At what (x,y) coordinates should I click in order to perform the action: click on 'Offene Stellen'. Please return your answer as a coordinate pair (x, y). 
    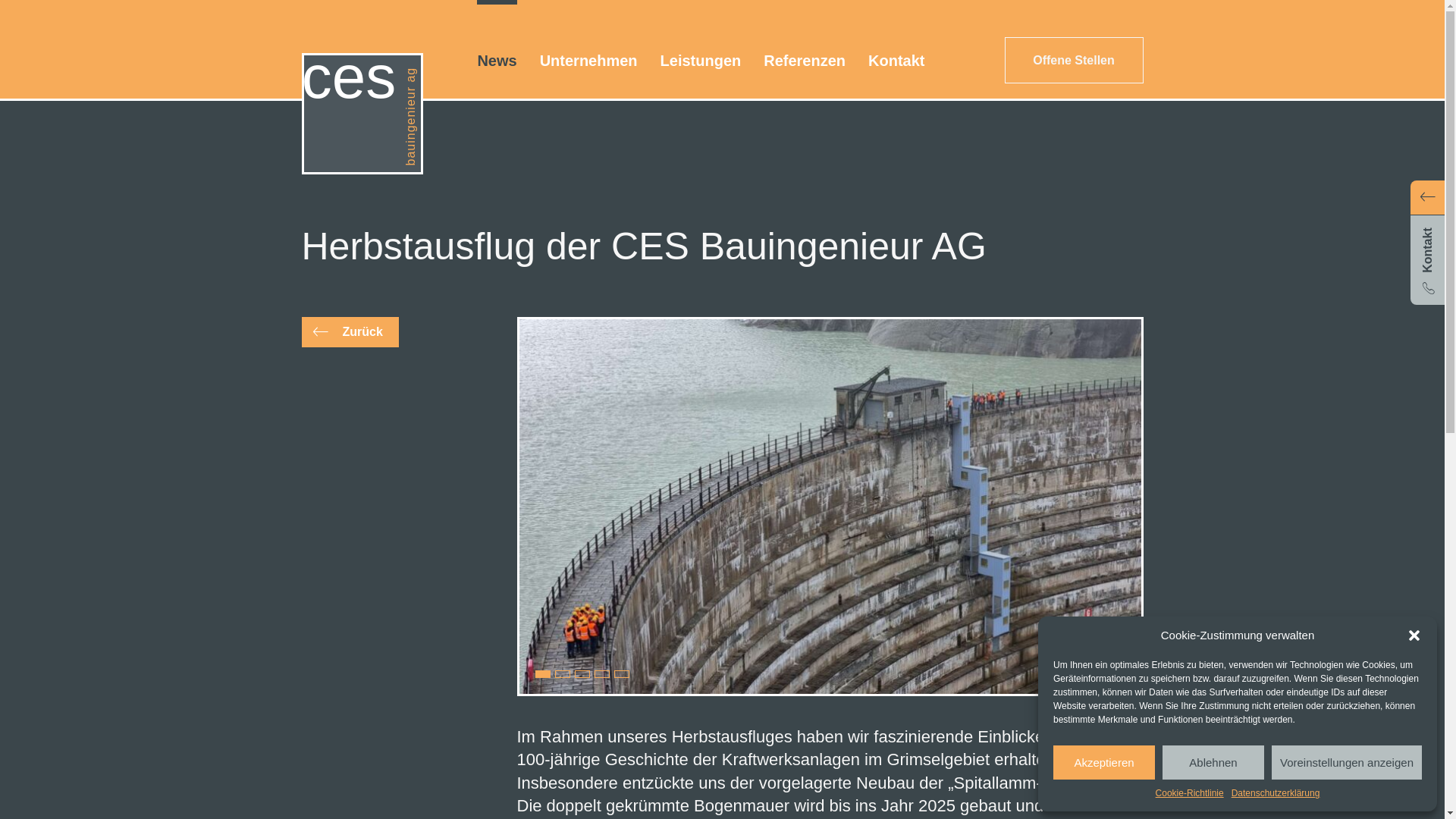
    Looking at the image, I should click on (1072, 59).